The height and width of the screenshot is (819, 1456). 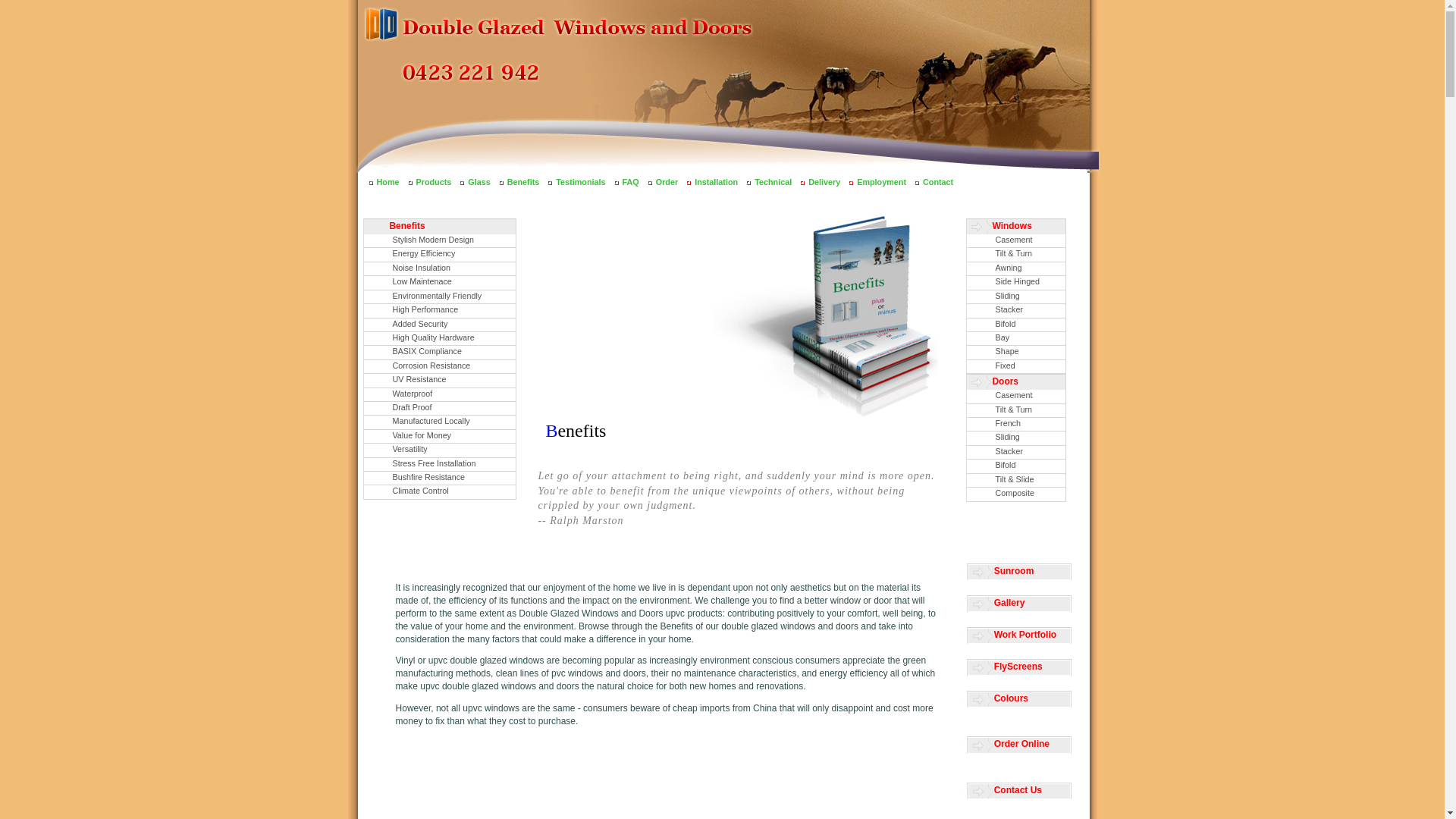 What do you see at coordinates (630, 180) in the screenshot?
I see `'FAQ'` at bounding box center [630, 180].